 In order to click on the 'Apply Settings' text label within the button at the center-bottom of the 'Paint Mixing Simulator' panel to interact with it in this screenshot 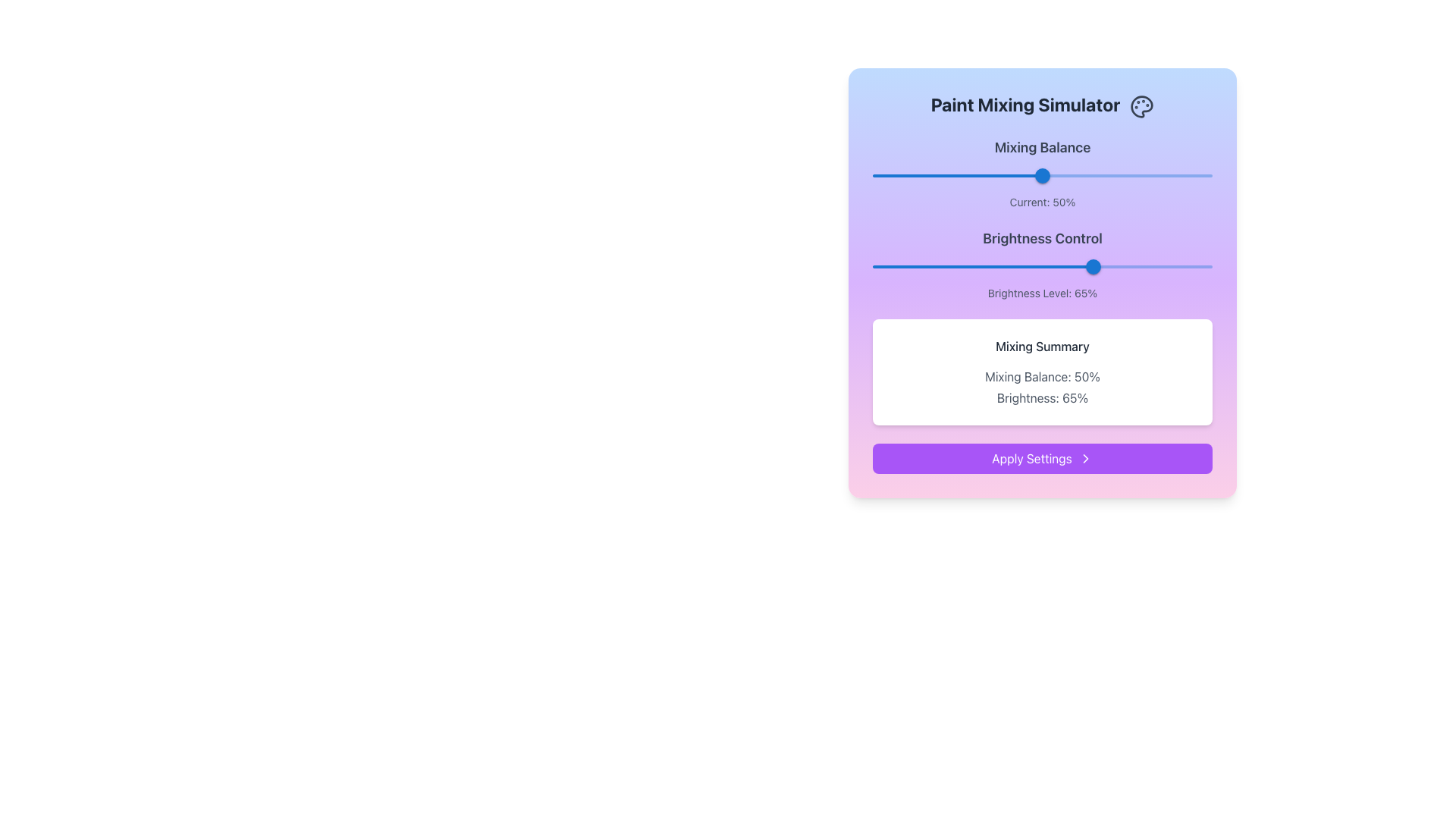, I will do `click(1031, 457)`.